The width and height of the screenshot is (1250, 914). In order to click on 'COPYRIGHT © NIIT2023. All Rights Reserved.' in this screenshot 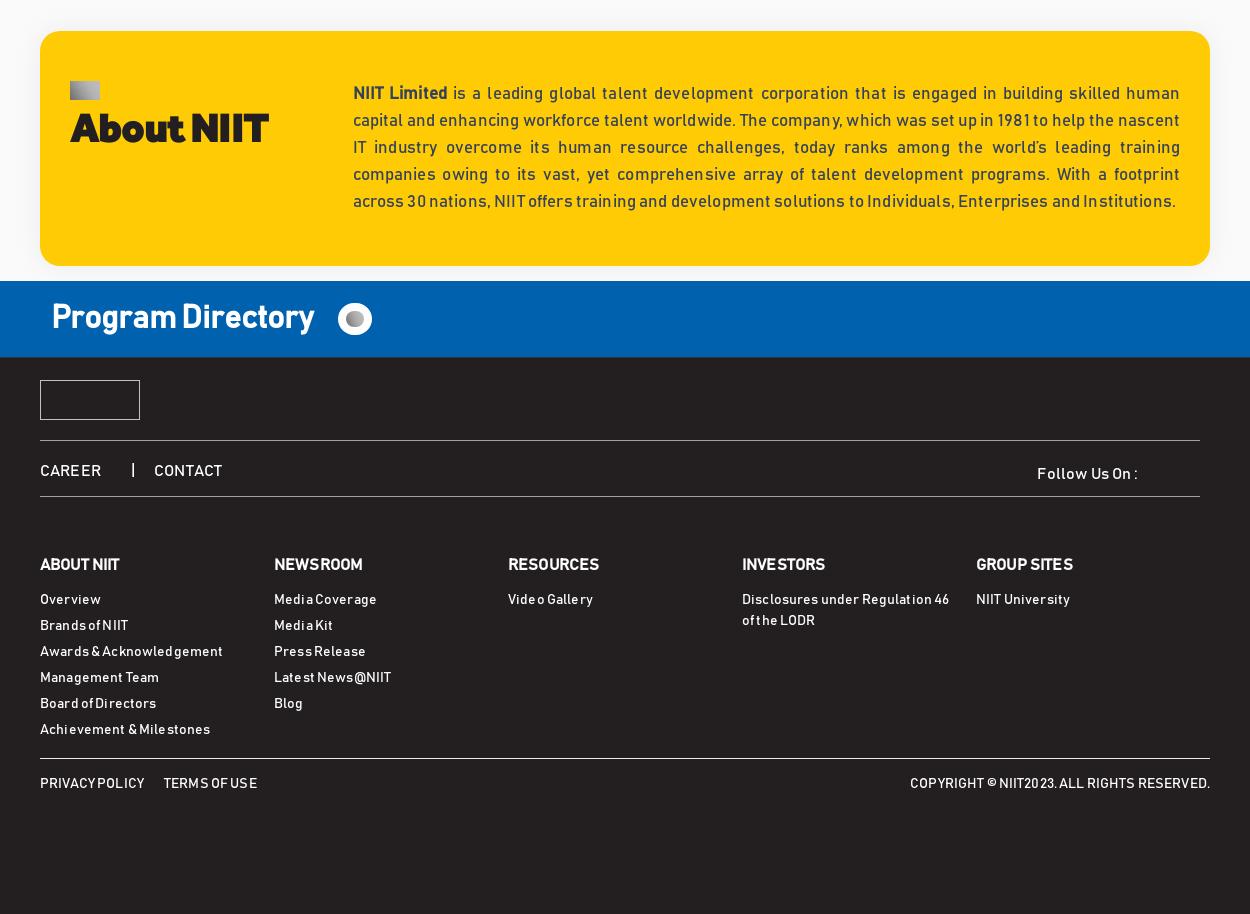, I will do `click(1060, 782)`.